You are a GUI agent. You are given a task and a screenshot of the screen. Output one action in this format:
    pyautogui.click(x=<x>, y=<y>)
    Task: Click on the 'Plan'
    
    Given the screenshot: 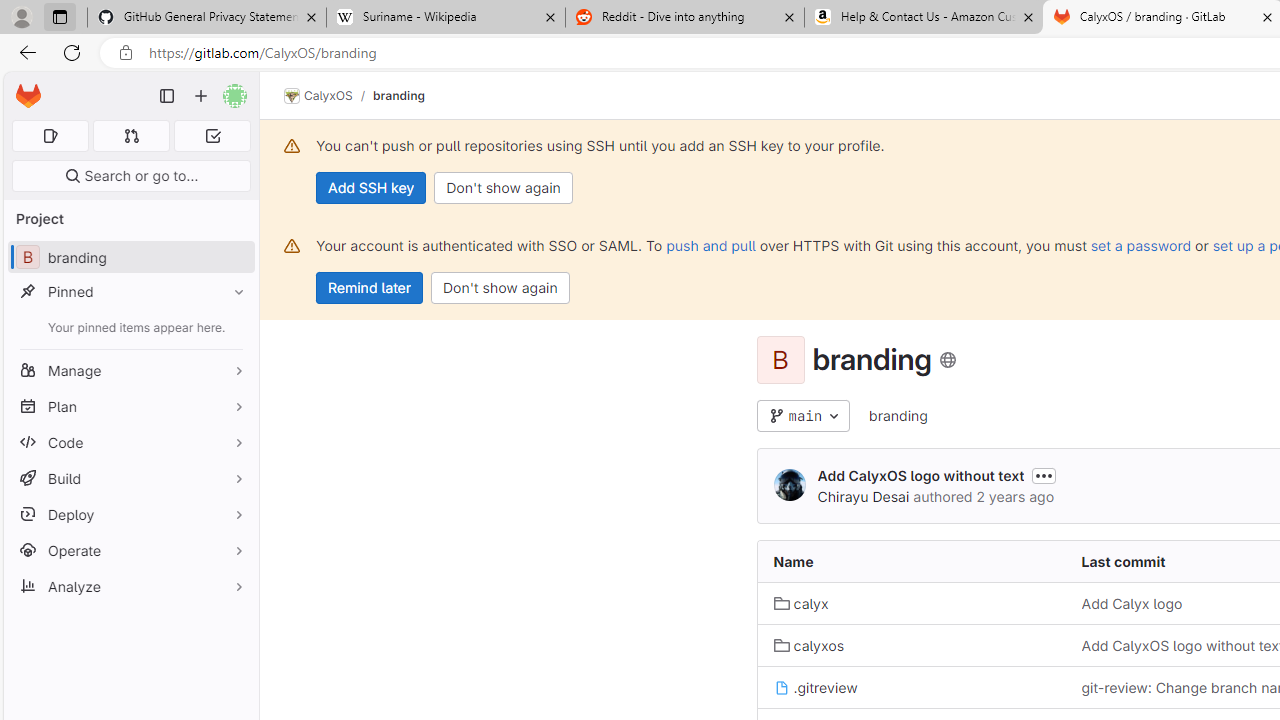 What is the action you would take?
    pyautogui.click(x=130, y=405)
    